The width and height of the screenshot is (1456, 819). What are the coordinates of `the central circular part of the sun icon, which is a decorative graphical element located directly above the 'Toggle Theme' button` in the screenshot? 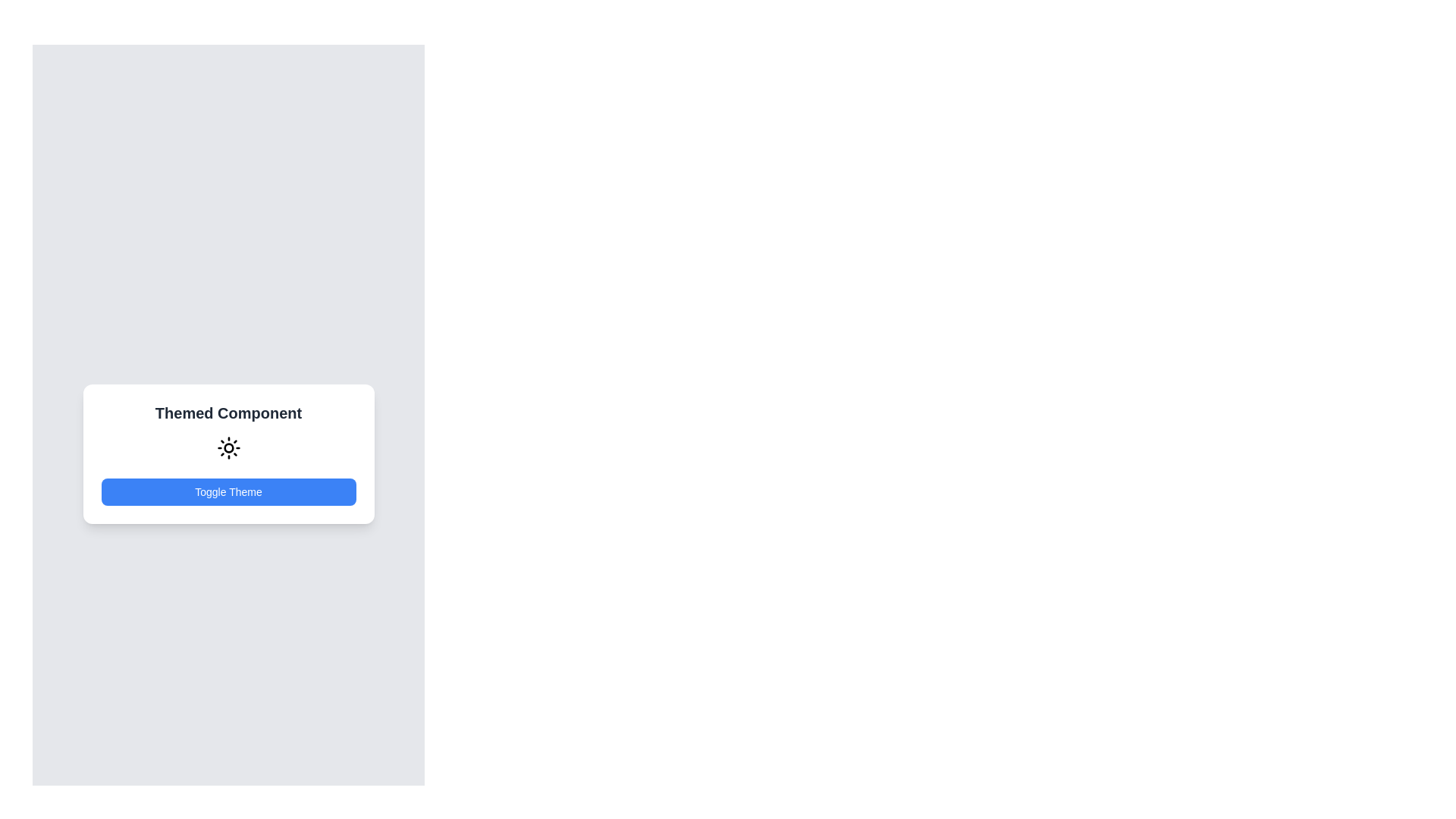 It's located at (227, 447).